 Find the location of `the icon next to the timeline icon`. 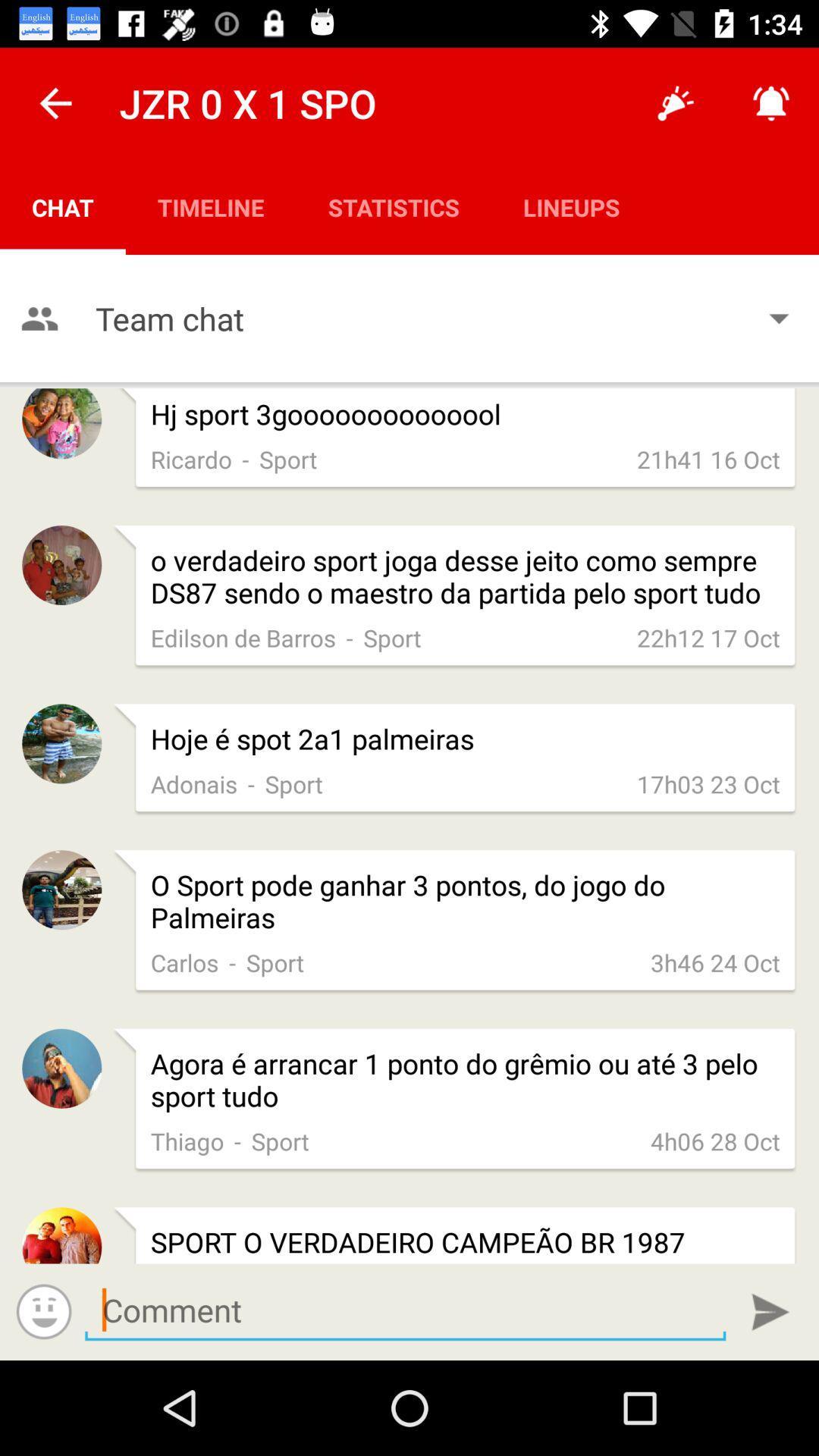

the icon next to the timeline icon is located at coordinates (393, 206).